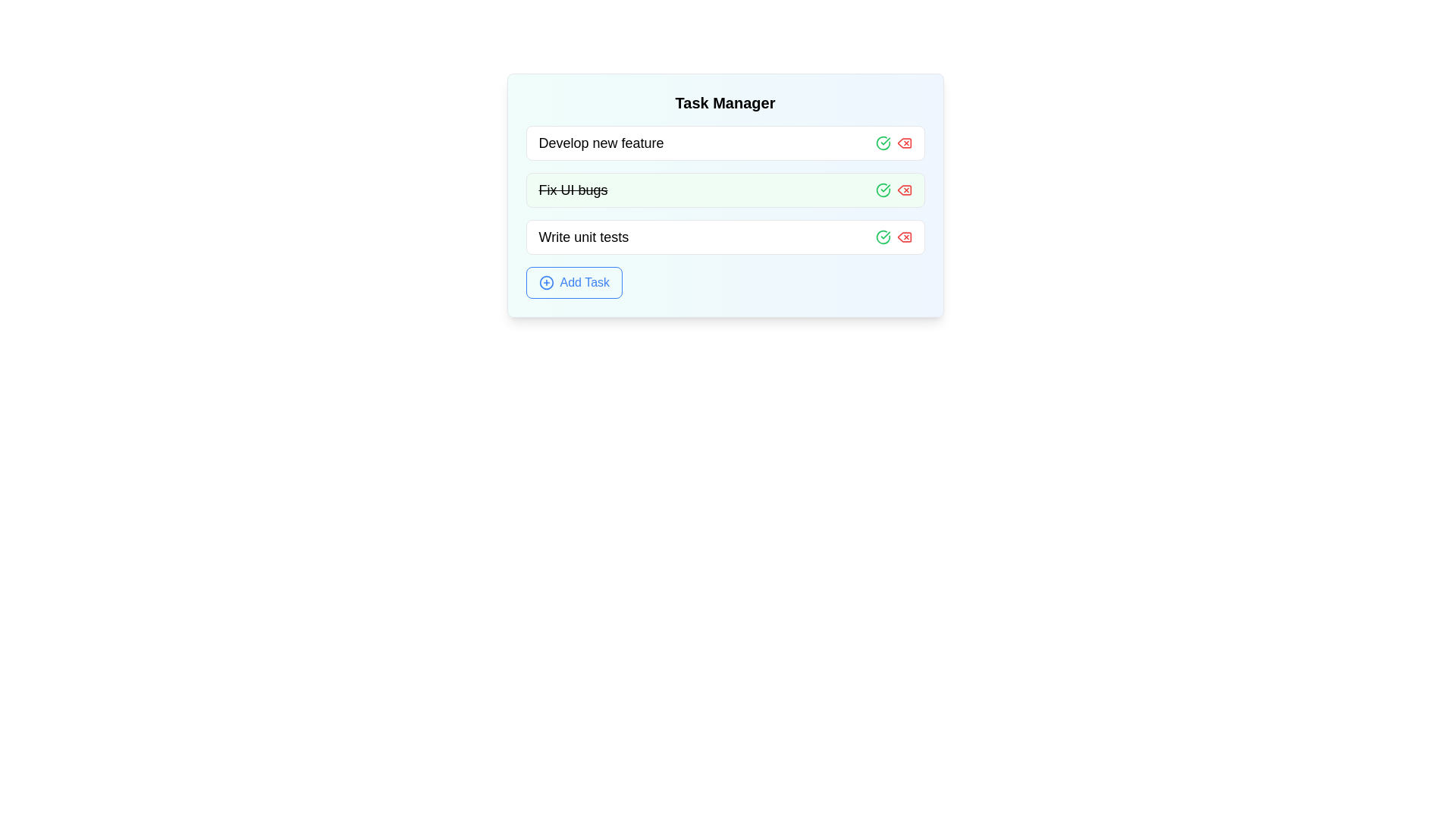 The image size is (1456, 819). I want to click on the delete button for the task with title 'Fix UI bugs', so click(904, 189).